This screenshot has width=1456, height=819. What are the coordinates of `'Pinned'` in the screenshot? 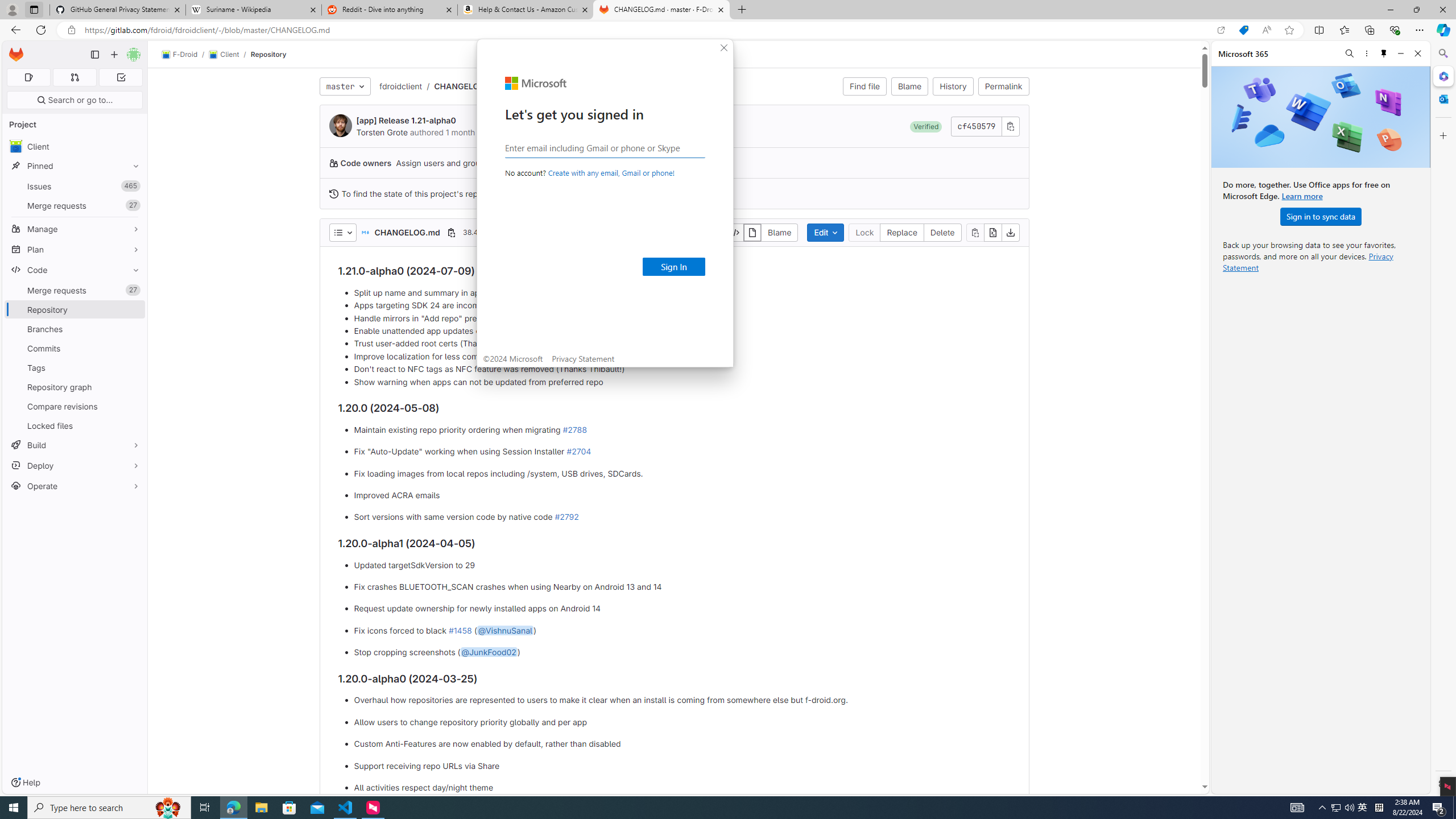 It's located at (74, 166).